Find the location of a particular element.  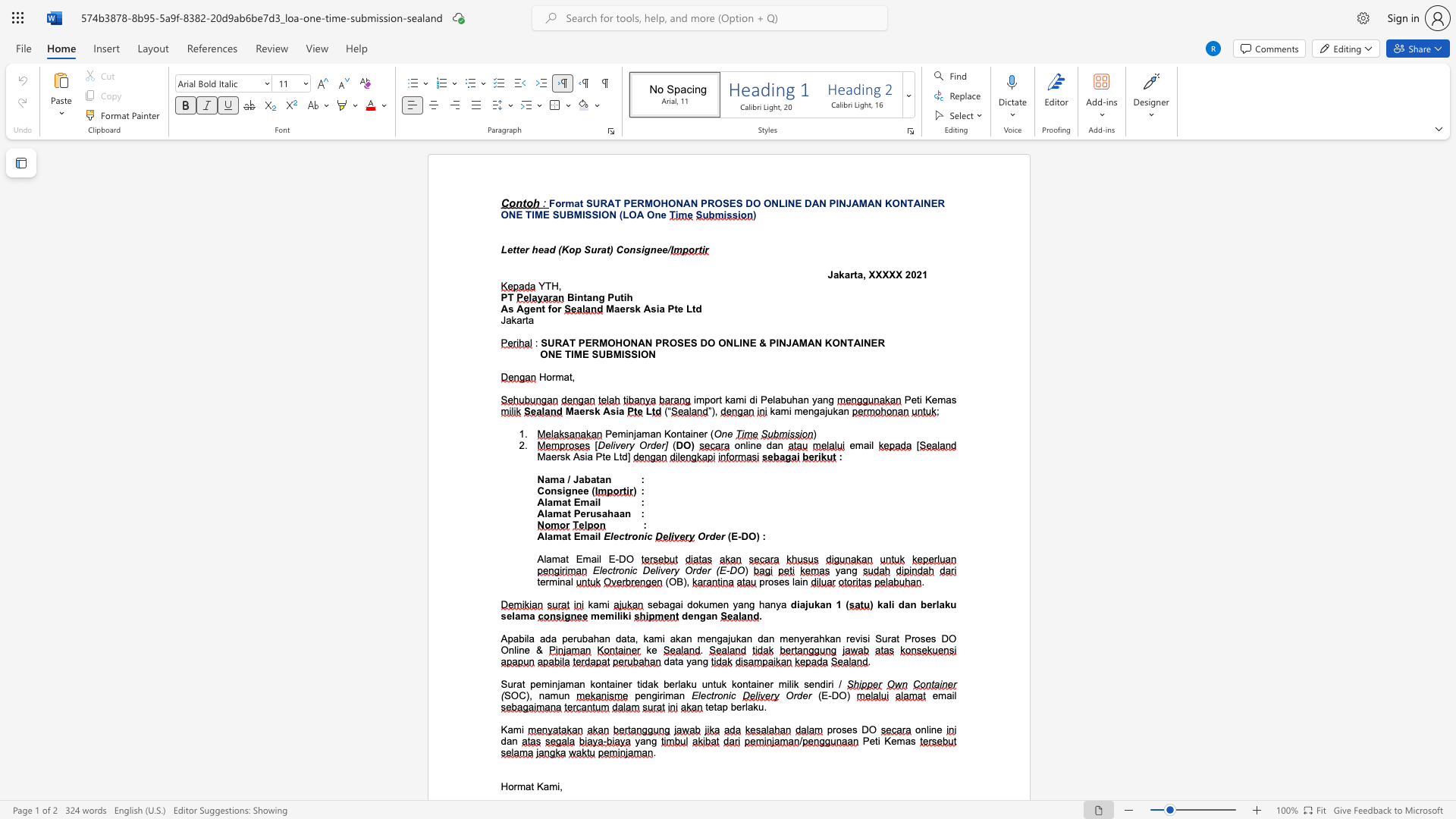

the subset text "aku" within the text "tetap berlaku." is located at coordinates (747, 707).